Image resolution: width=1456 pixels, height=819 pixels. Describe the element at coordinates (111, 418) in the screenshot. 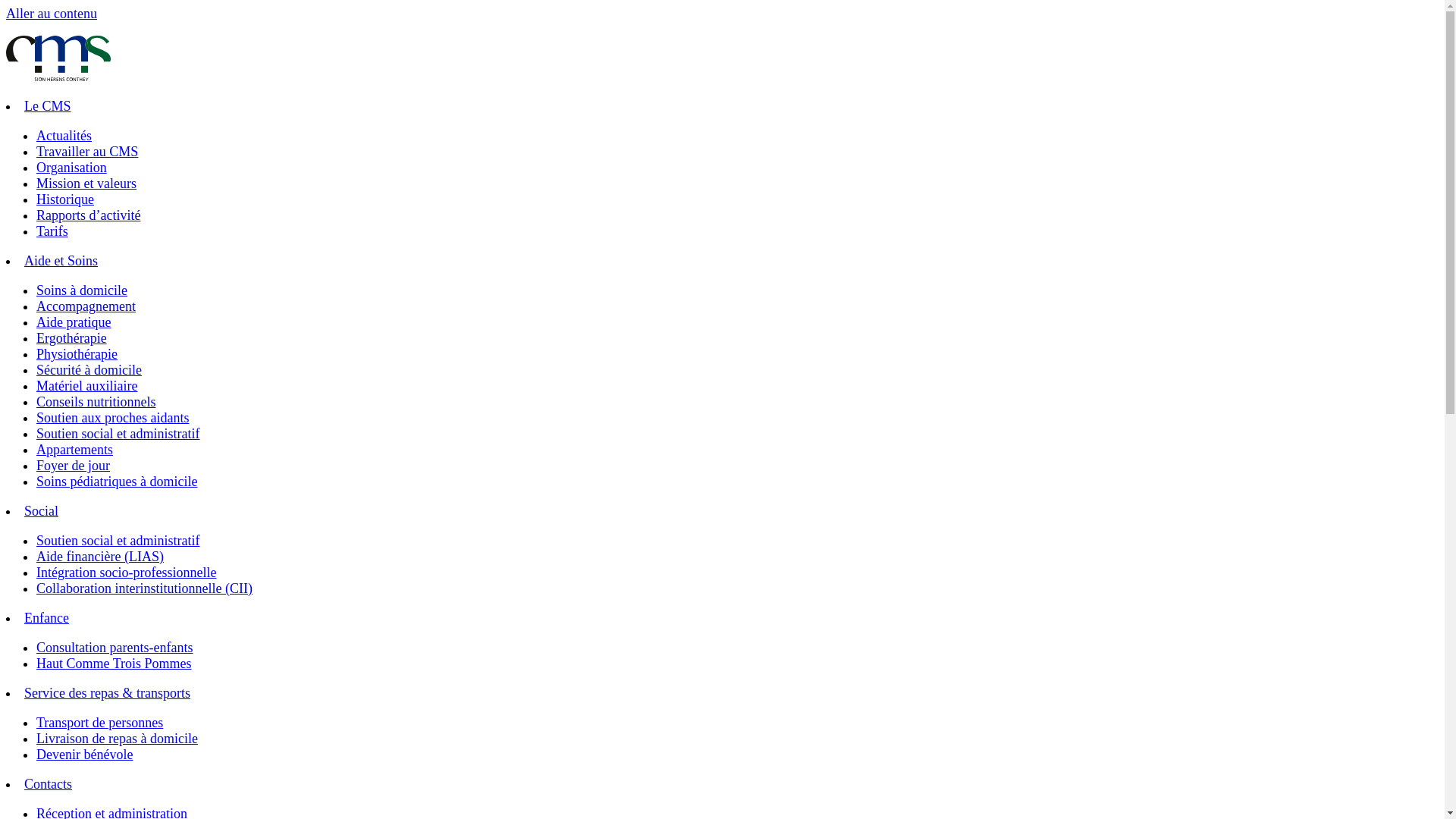

I see `'Soutien aux proches aidants'` at that location.